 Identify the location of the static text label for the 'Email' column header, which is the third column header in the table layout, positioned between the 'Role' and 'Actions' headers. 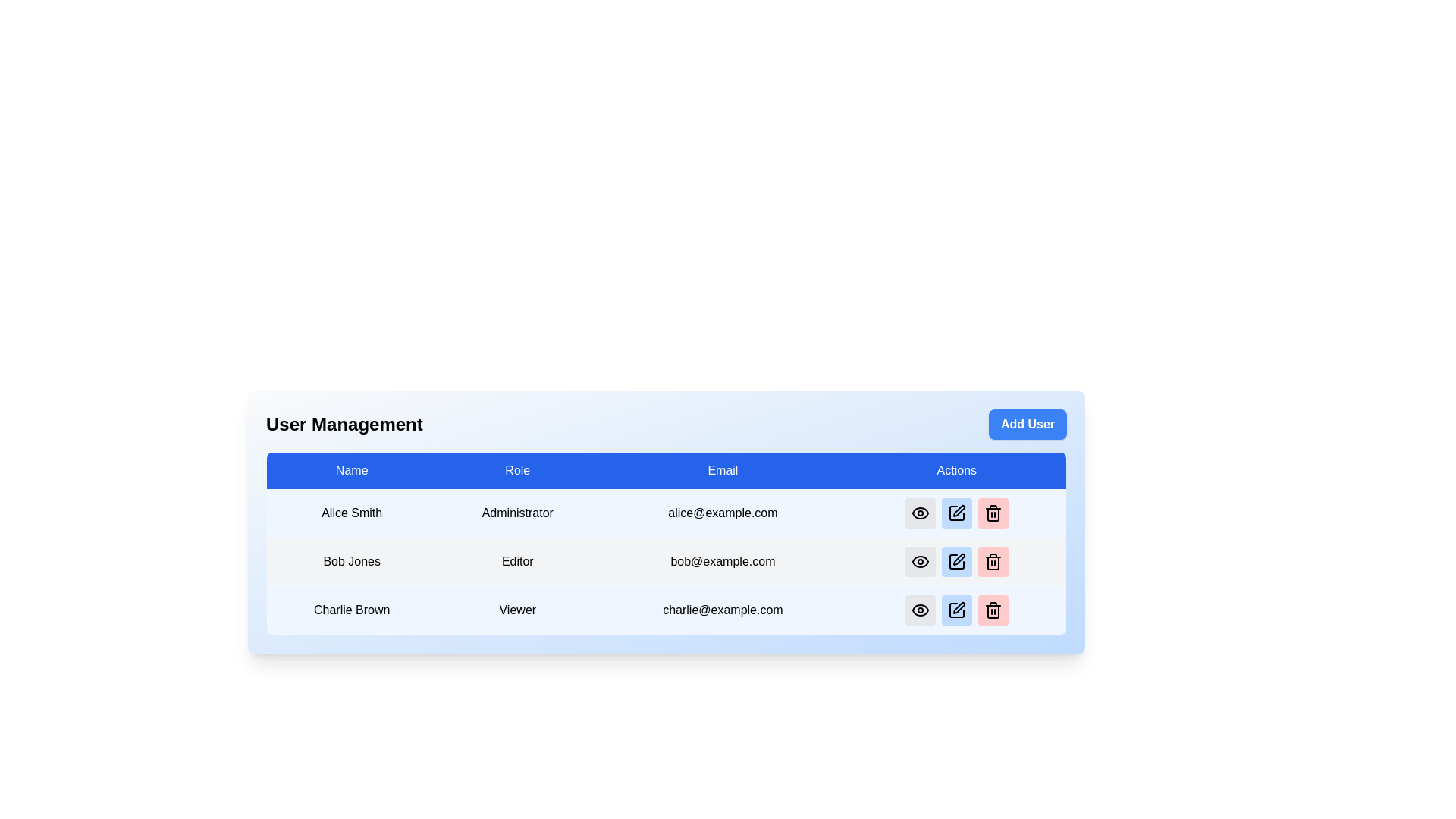
(722, 469).